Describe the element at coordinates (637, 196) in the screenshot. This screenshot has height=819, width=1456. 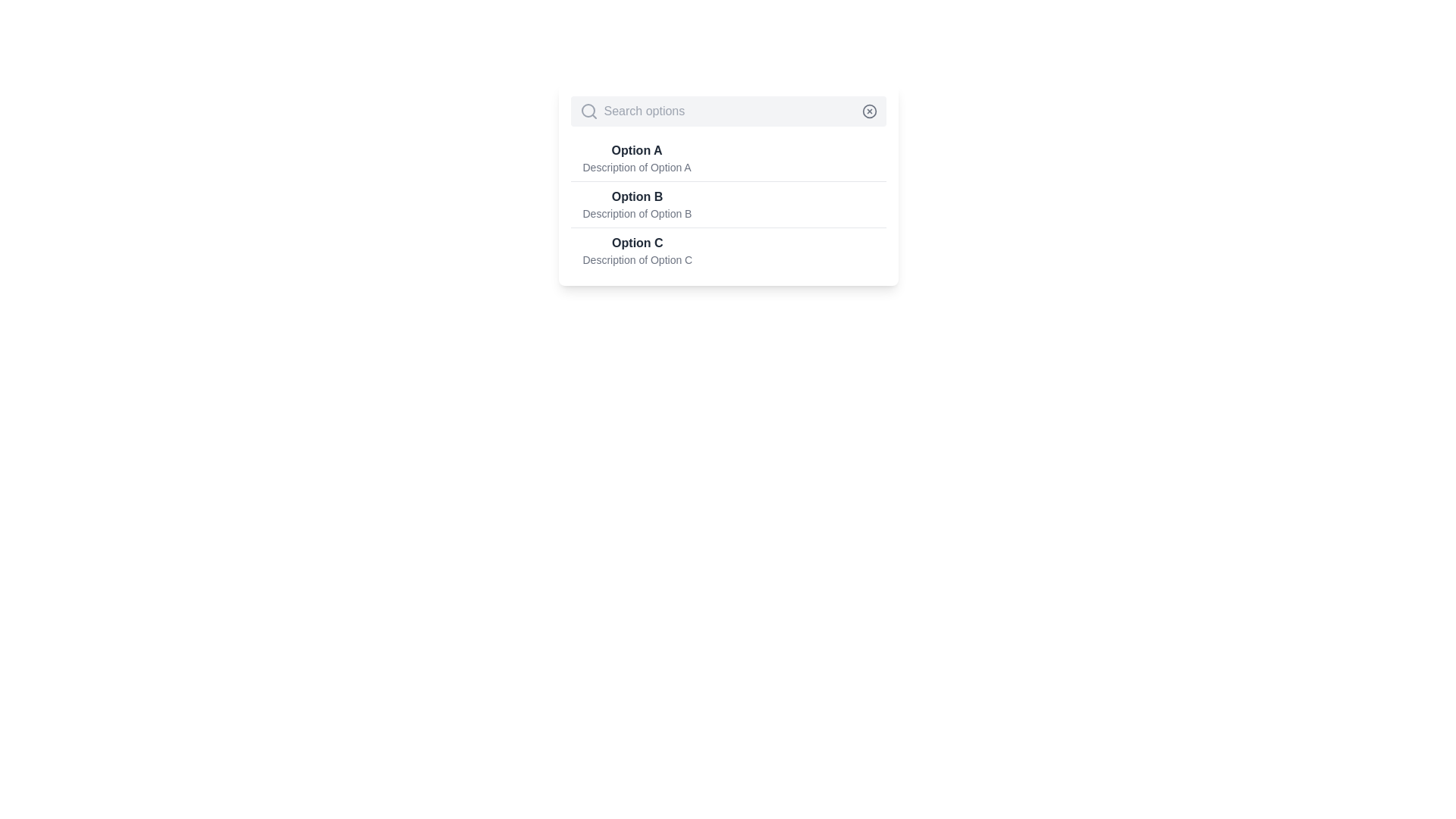
I see `the text label 'Option B' in the dropdown menu, which is bold and dark colored, located in the second row between 'Option A' and 'Option C'` at that location.